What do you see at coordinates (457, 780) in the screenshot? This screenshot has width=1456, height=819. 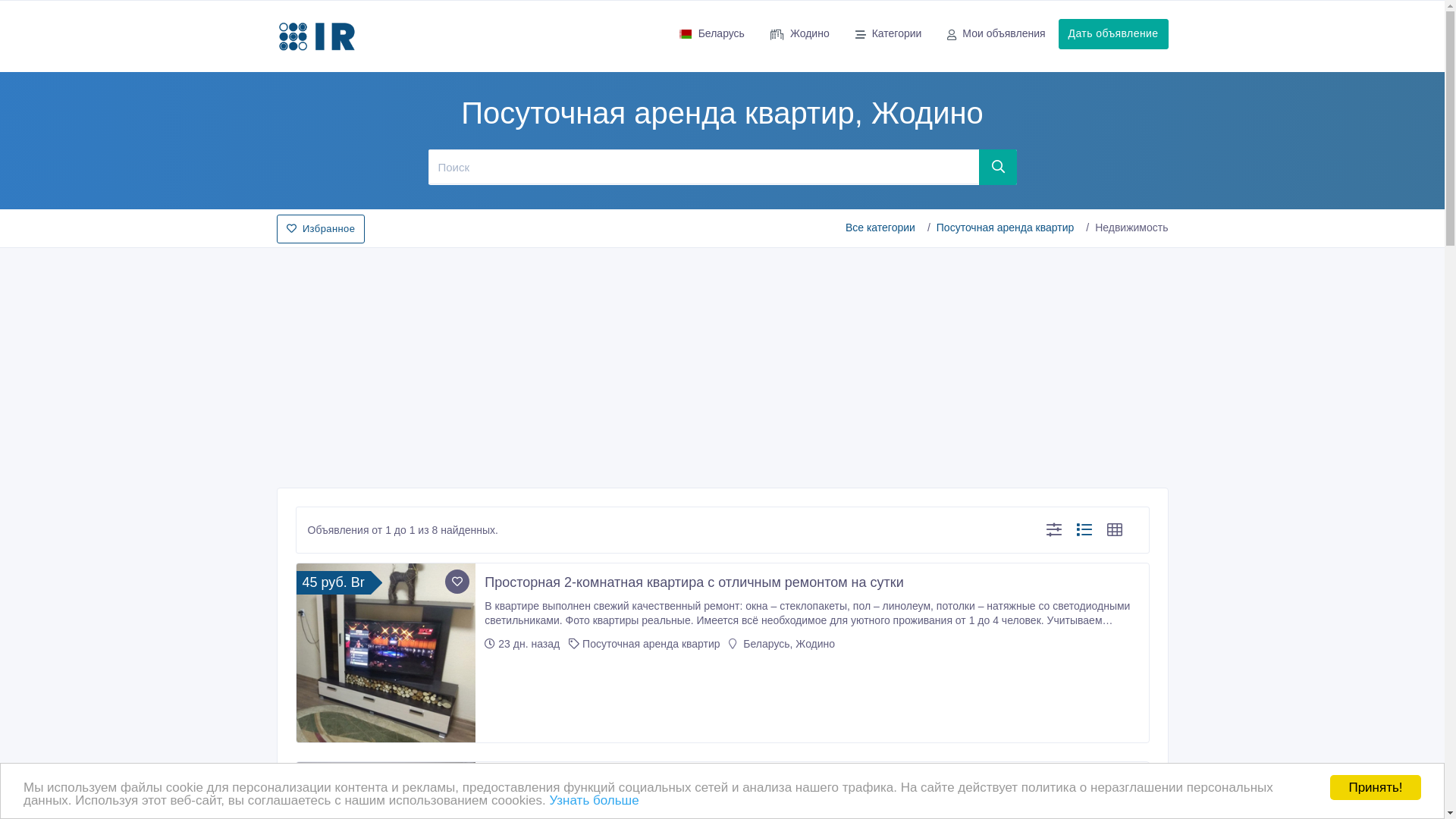 I see `'Add to favorite'` at bounding box center [457, 780].